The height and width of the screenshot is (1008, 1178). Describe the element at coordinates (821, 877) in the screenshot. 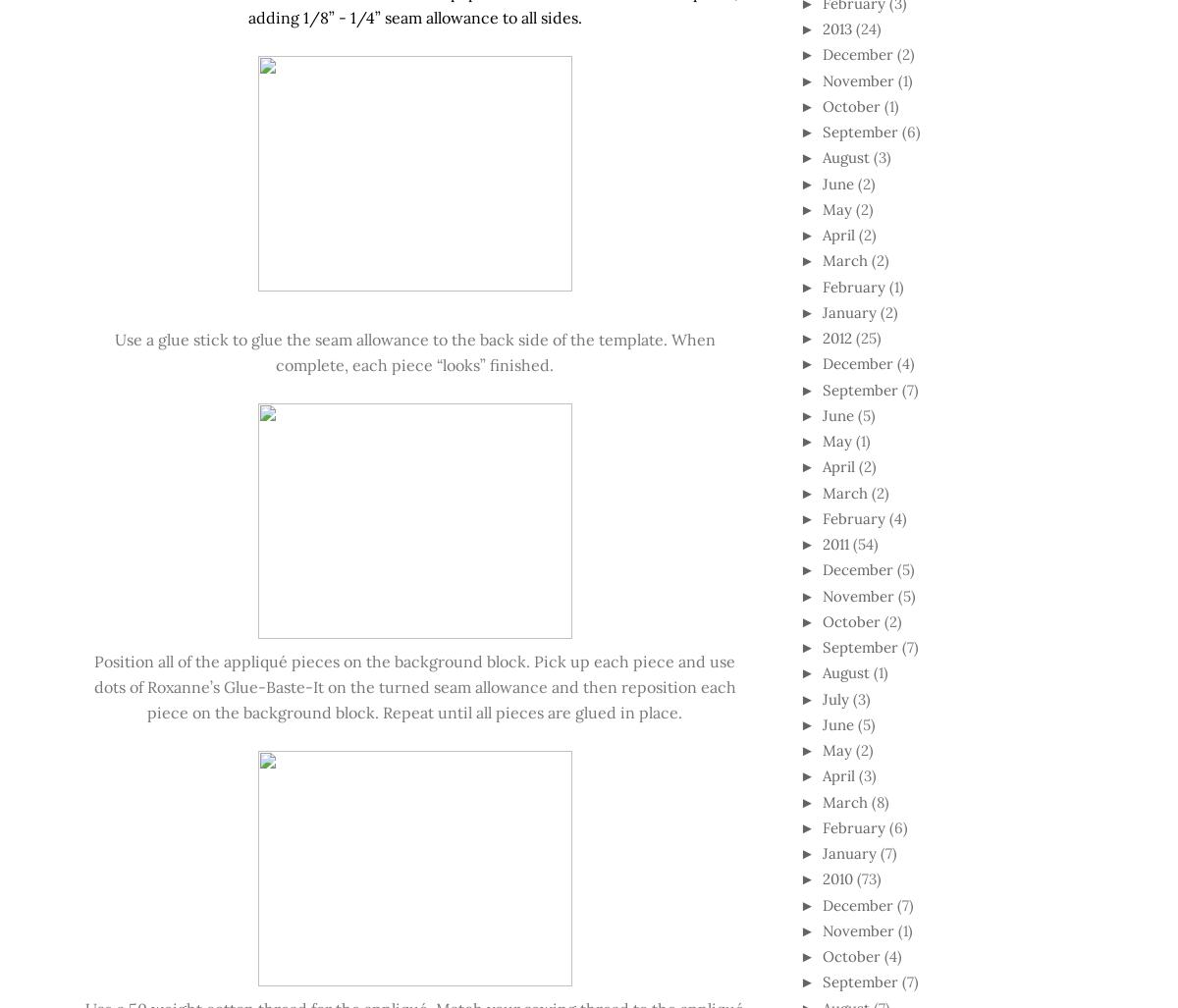

I see `'2010'` at that location.